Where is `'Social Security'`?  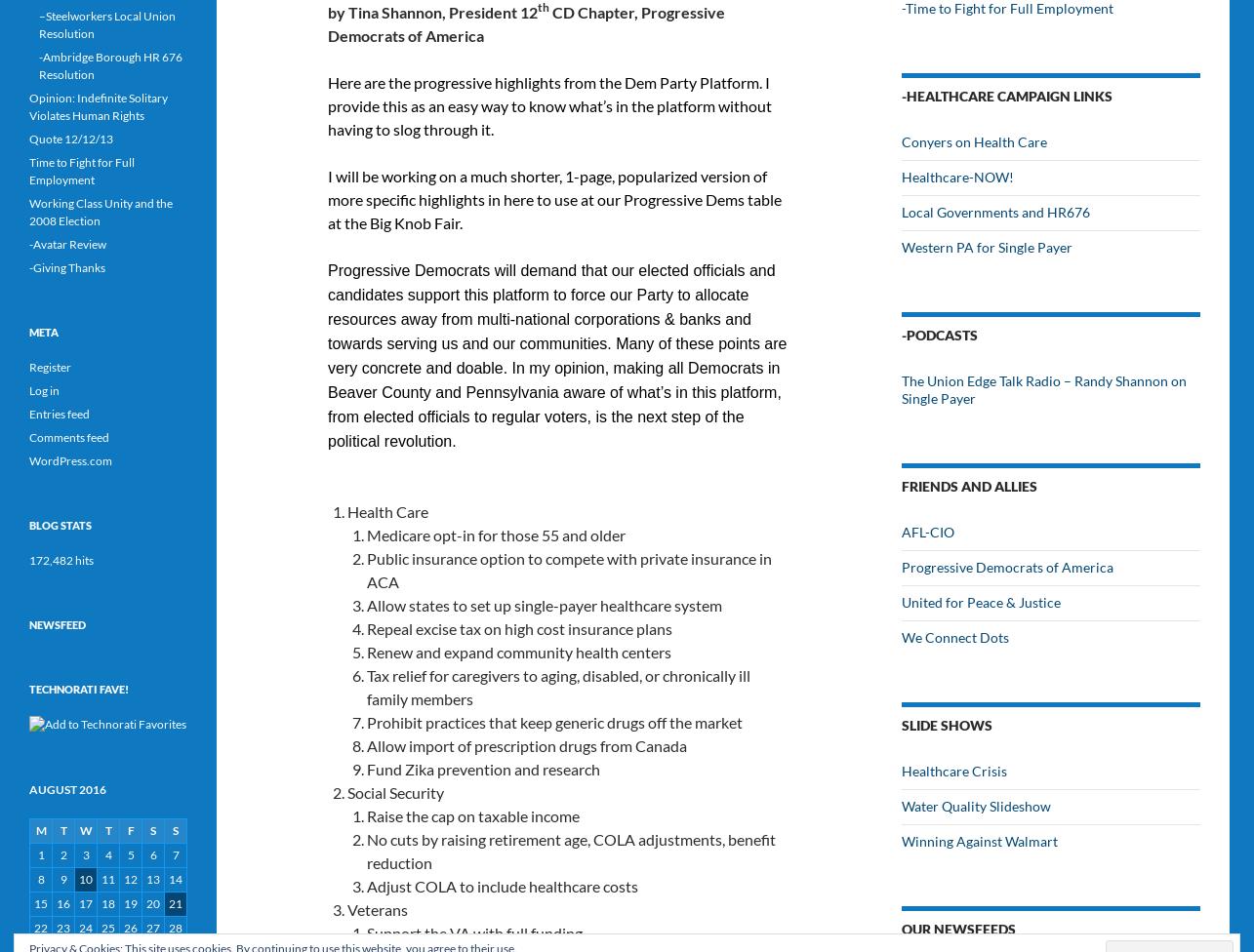 'Social Security' is located at coordinates (394, 791).